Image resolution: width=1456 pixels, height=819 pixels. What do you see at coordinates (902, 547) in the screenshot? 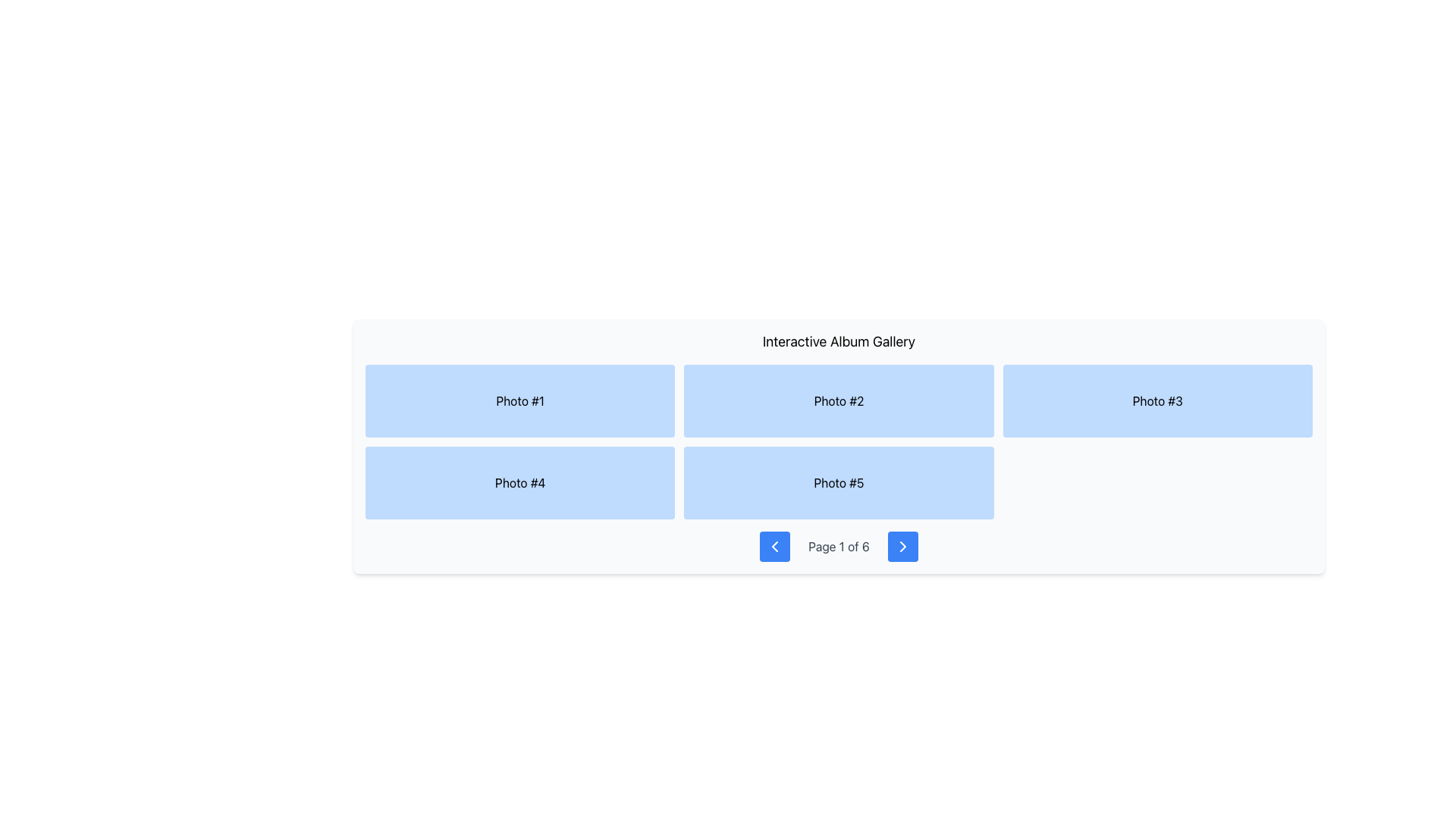
I see `the button containing the chevron SVG icon` at bounding box center [902, 547].